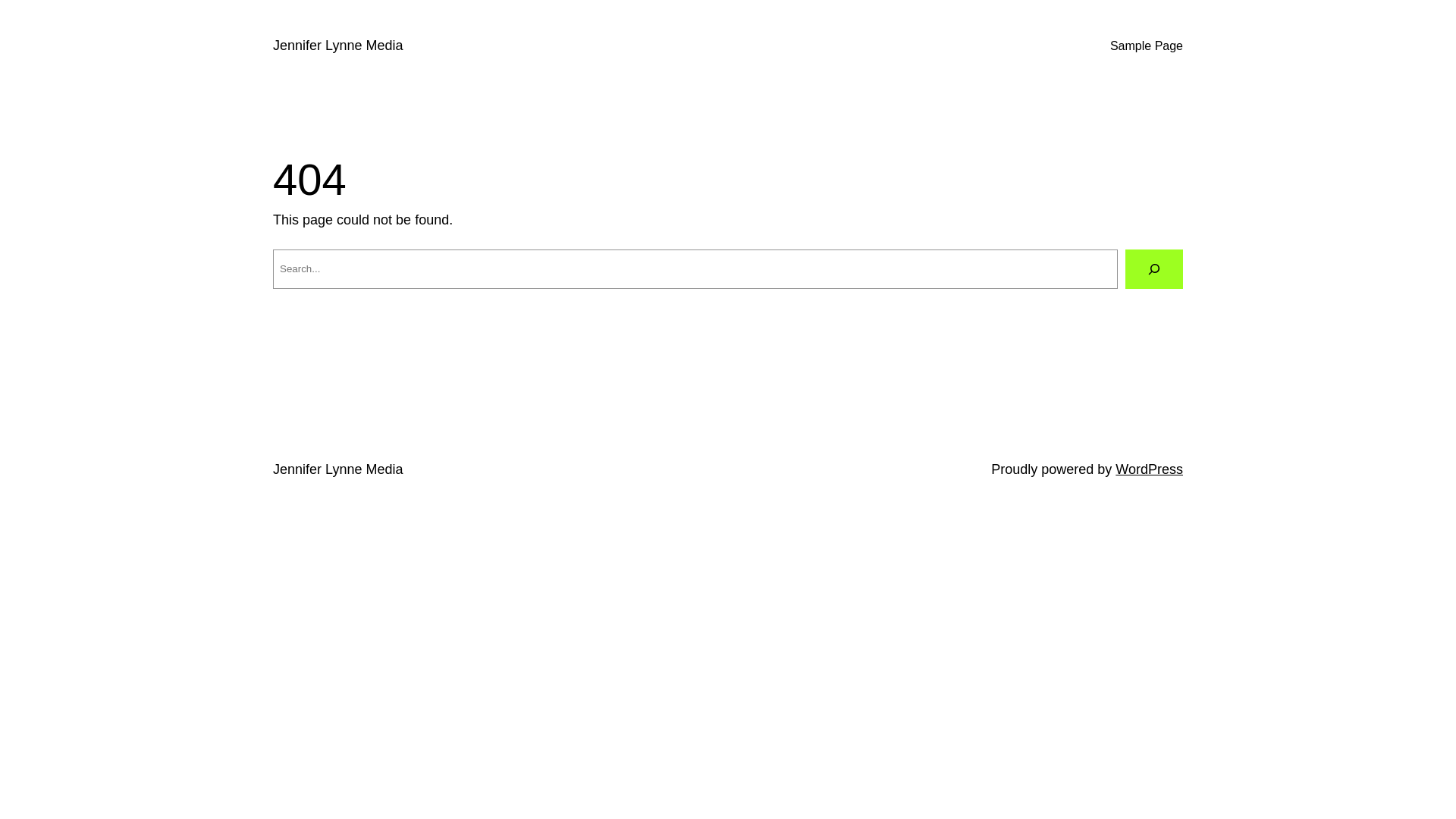 This screenshot has height=819, width=1456. Describe the element at coordinates (1110, 45) in the screenshot. I see `'Sample Page'` at that location.